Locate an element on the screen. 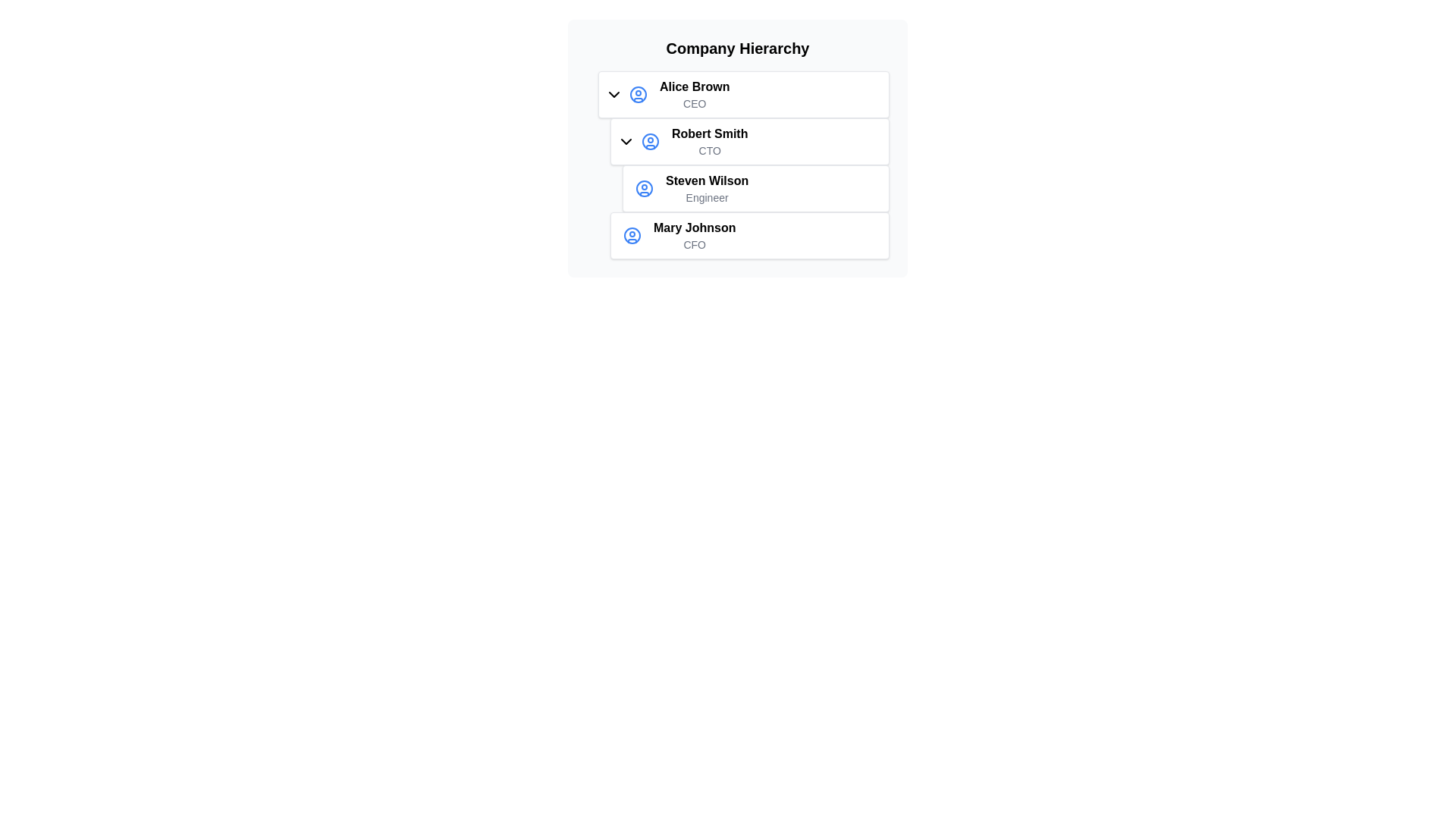 This screenshot has width=1456, height=819. the circular user icon representing 'Steven Wilson', an Engineer is located at coordinates (644, 188).